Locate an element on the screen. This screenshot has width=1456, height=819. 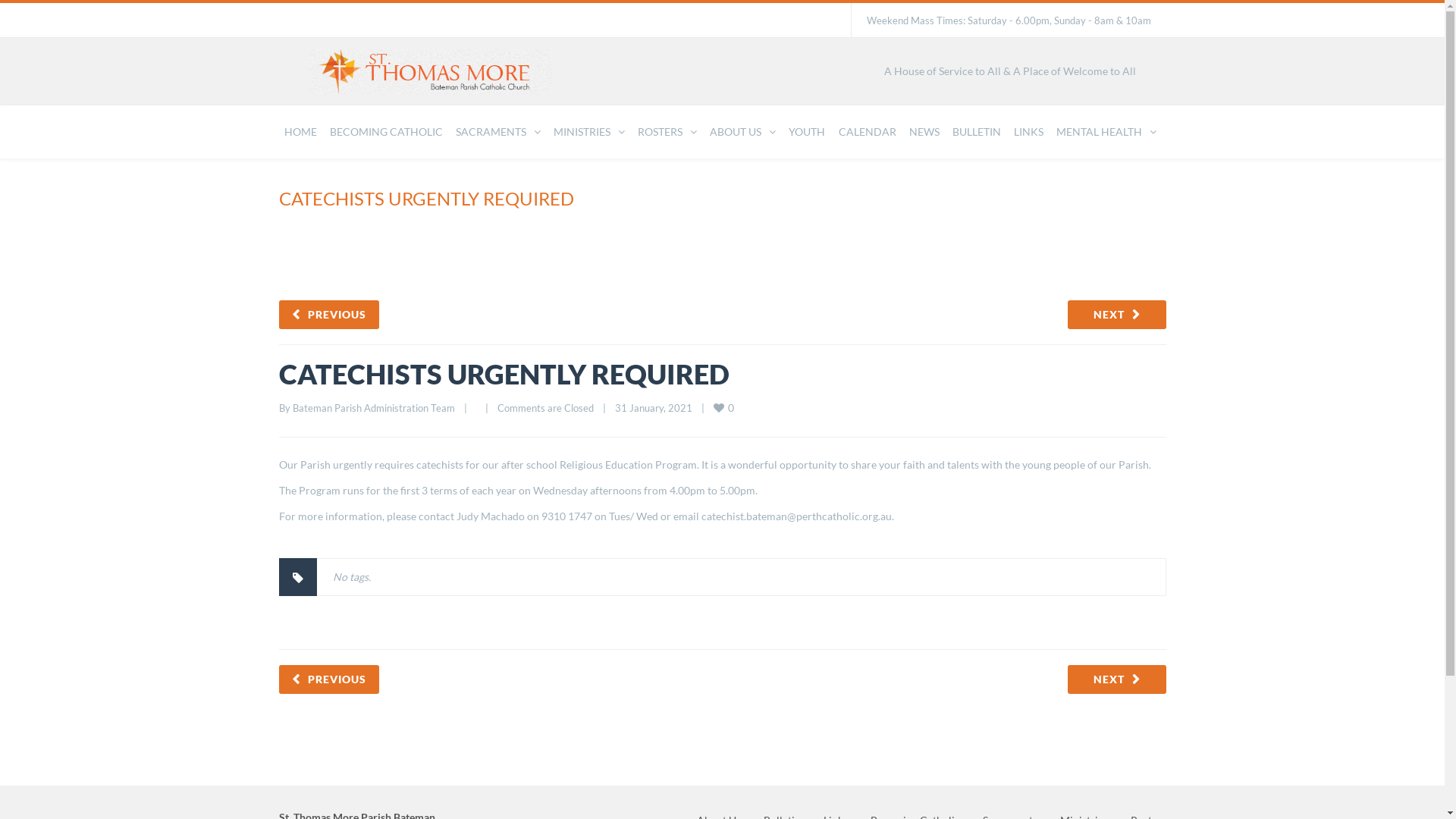
'St. Thomas More Parish Bateman' is located at coordinates (429, 72).